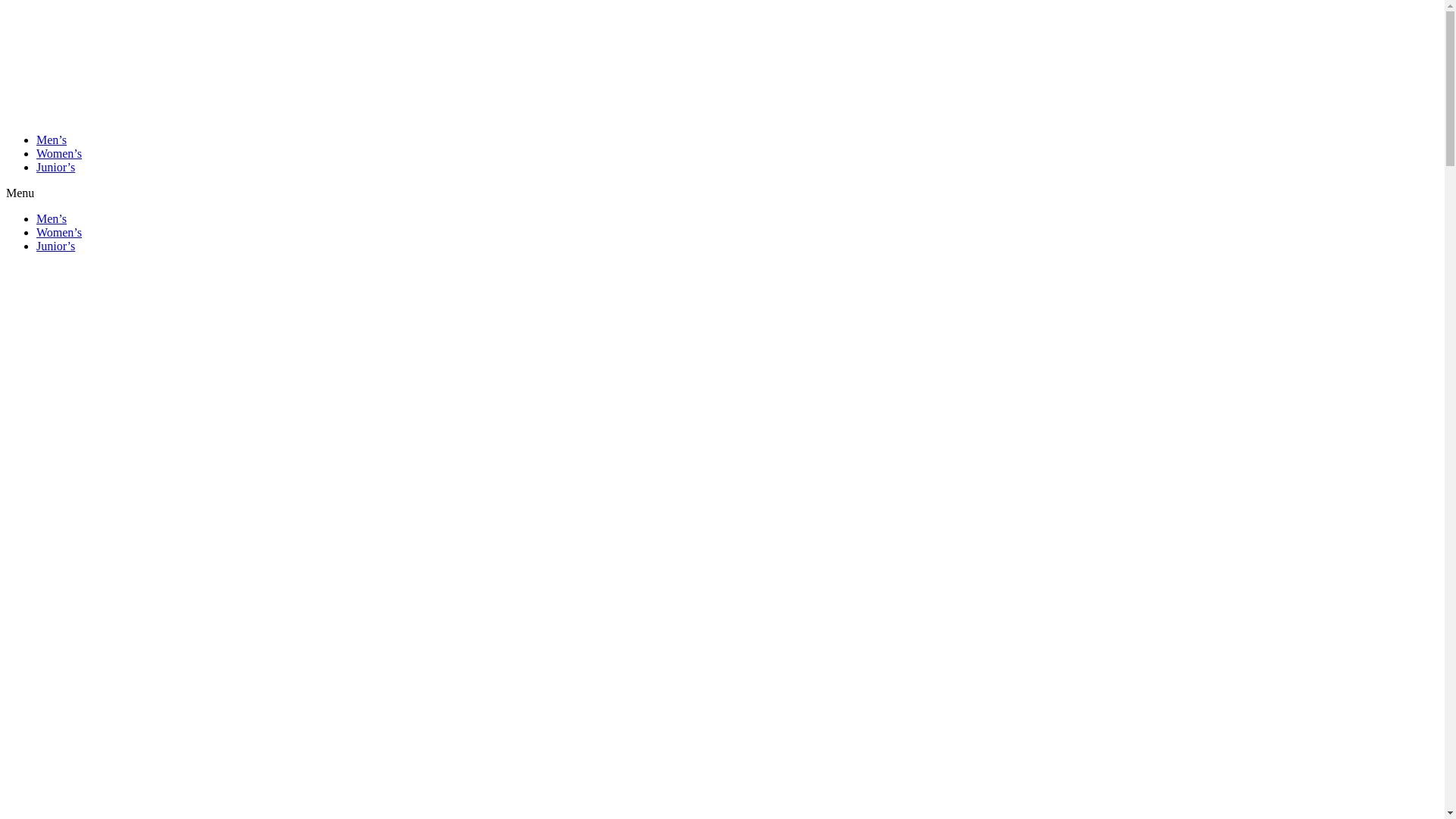  I want to click on 'Skip to content', so click(6, 6).